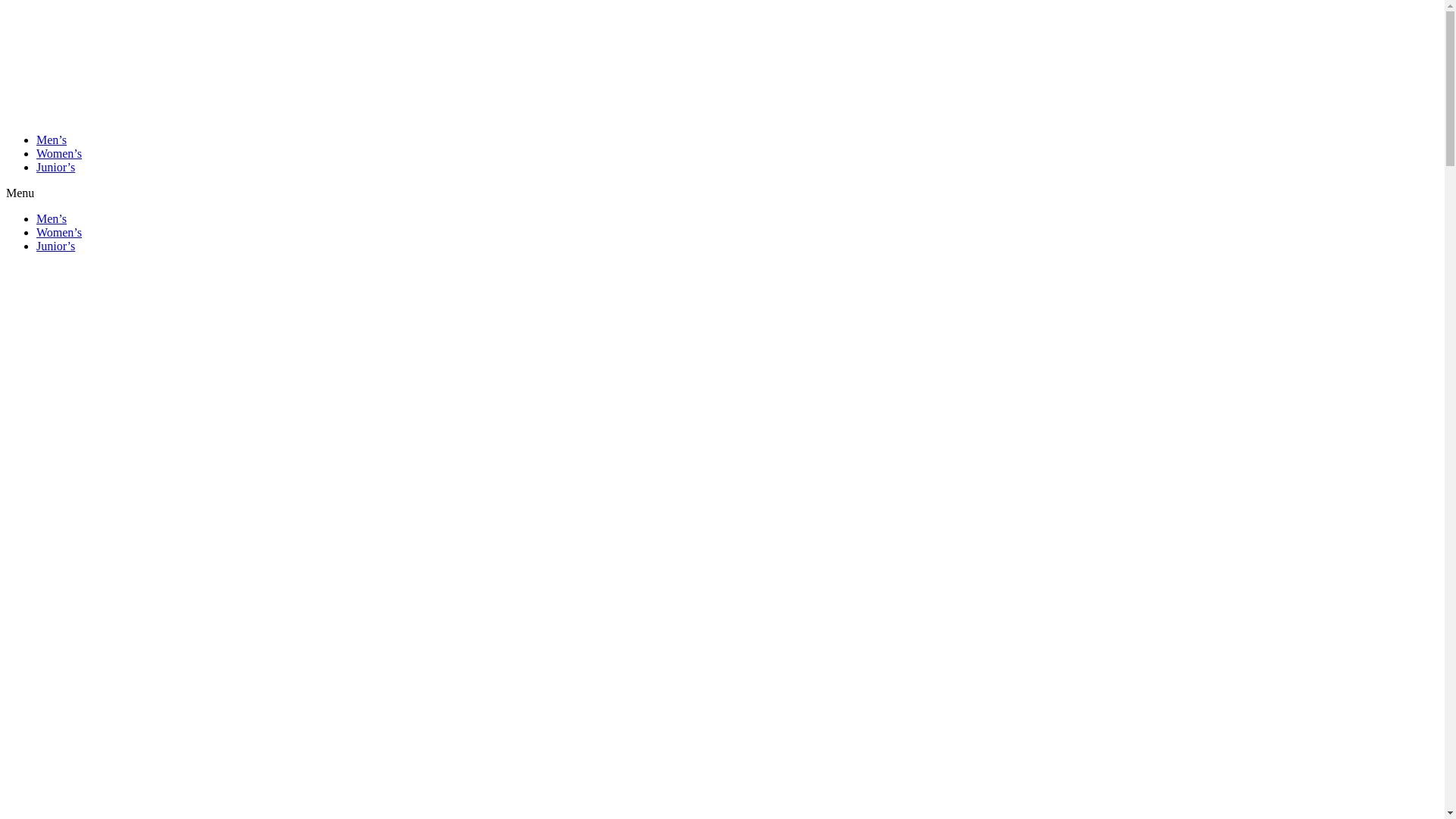  I want to click on 'Skip to content', so click(6, 6).